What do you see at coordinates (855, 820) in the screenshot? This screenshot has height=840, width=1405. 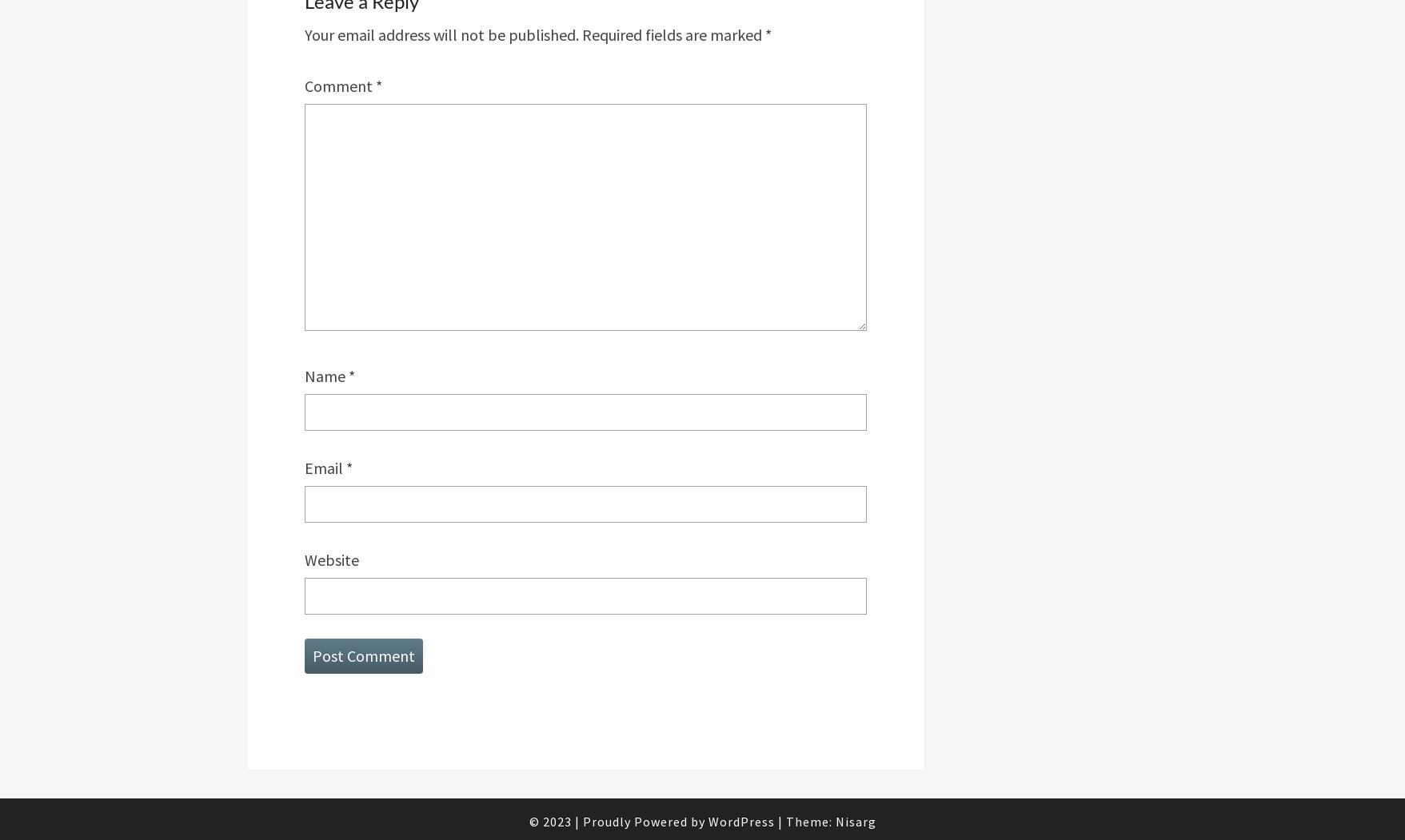 I see `'Nisarg'` at bounding box center [855, 820].